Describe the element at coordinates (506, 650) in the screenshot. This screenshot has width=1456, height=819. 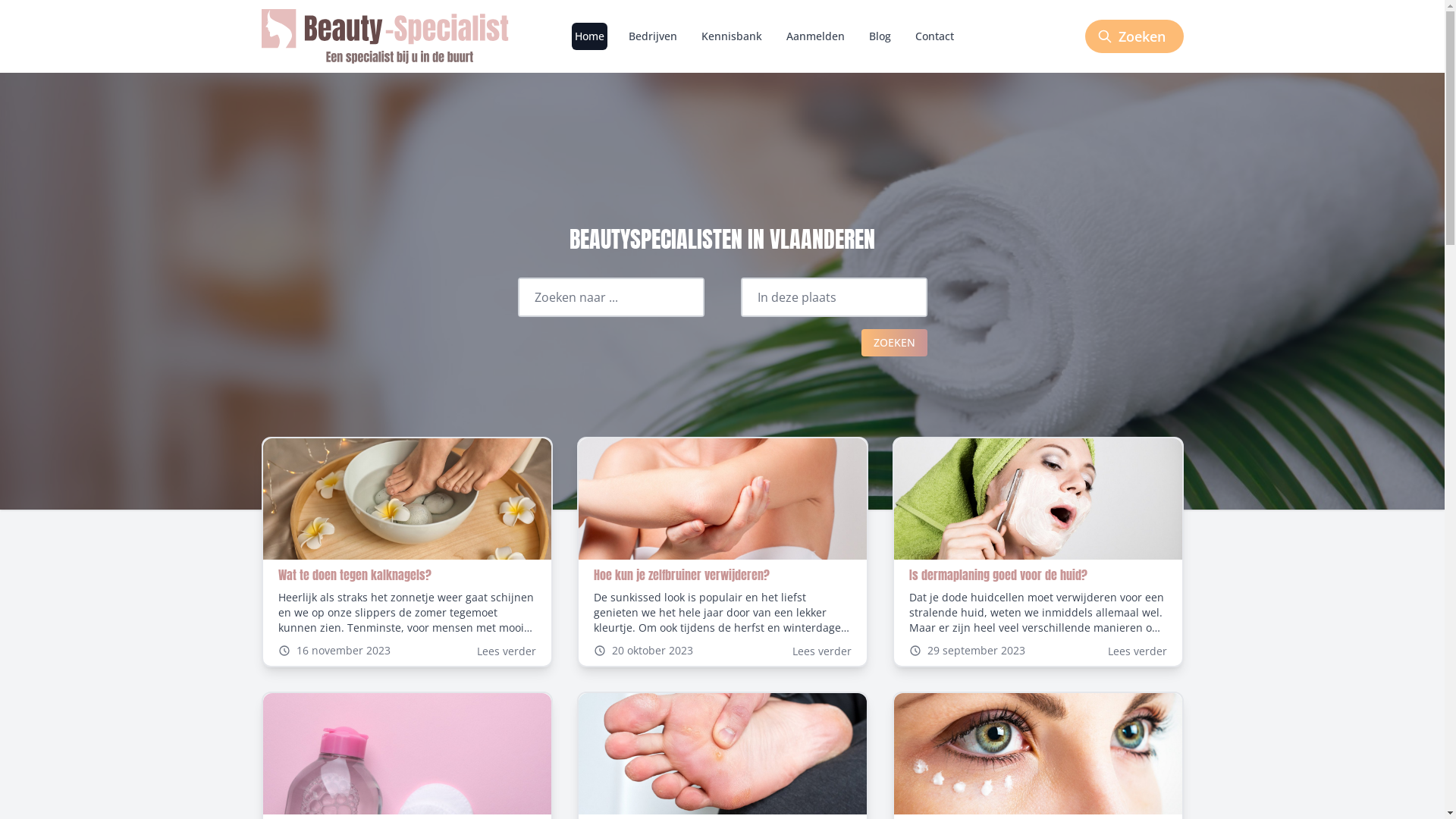
I see `'Lees verder'` at that location.